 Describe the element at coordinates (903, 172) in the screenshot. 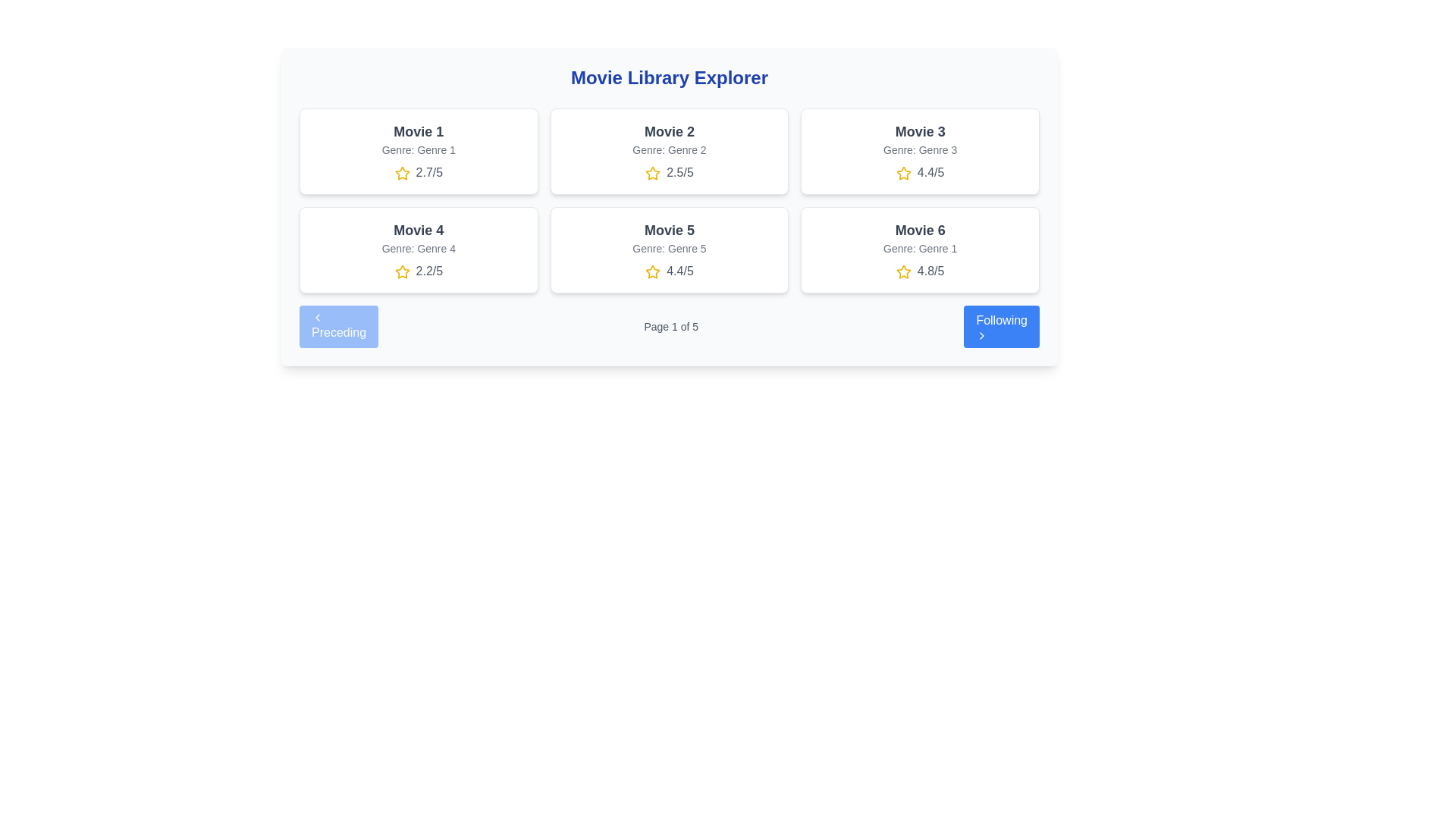

I see `the star-shaped icon representing the rating in the 'Movie 3' card, which is located immediately to the left of the text '4.4/5'` at that location.